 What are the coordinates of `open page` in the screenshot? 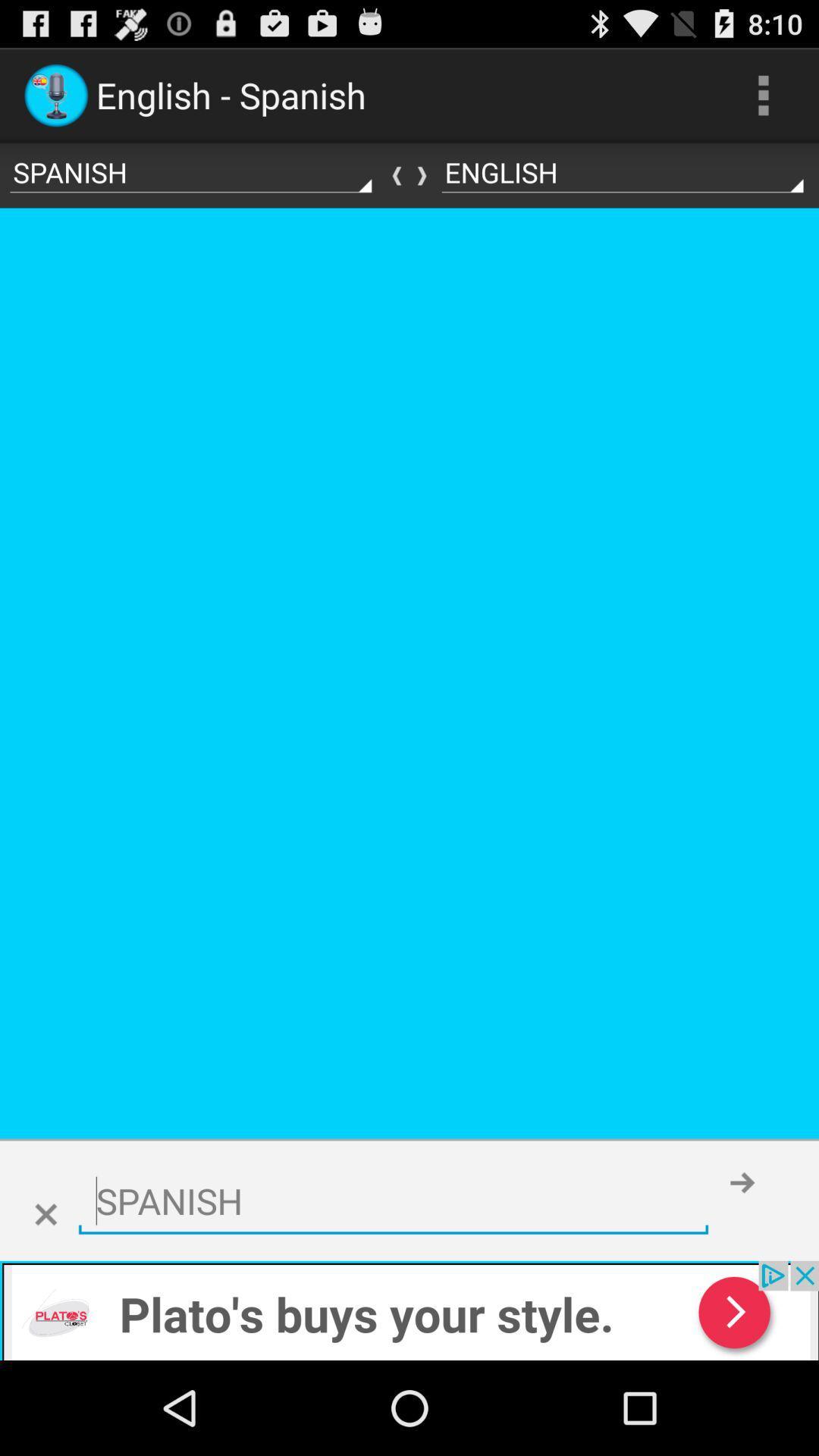 It's located at (409, 1310).